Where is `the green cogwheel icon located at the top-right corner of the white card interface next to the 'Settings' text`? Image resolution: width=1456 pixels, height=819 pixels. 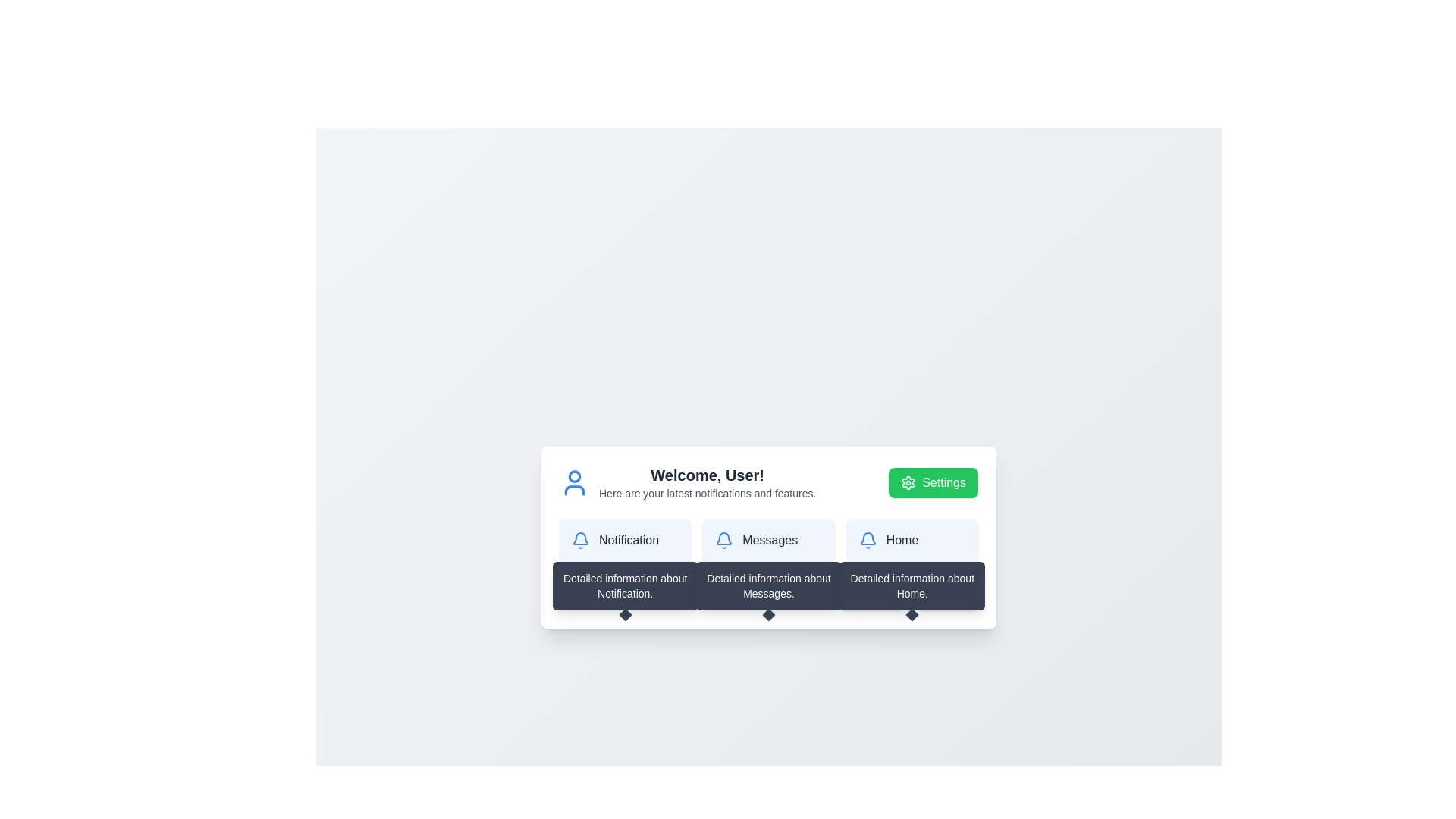
the green cogwheel icon located at the top-right corner of the white card interface next to the 'Settings' text is located at coordinates (908, 482).